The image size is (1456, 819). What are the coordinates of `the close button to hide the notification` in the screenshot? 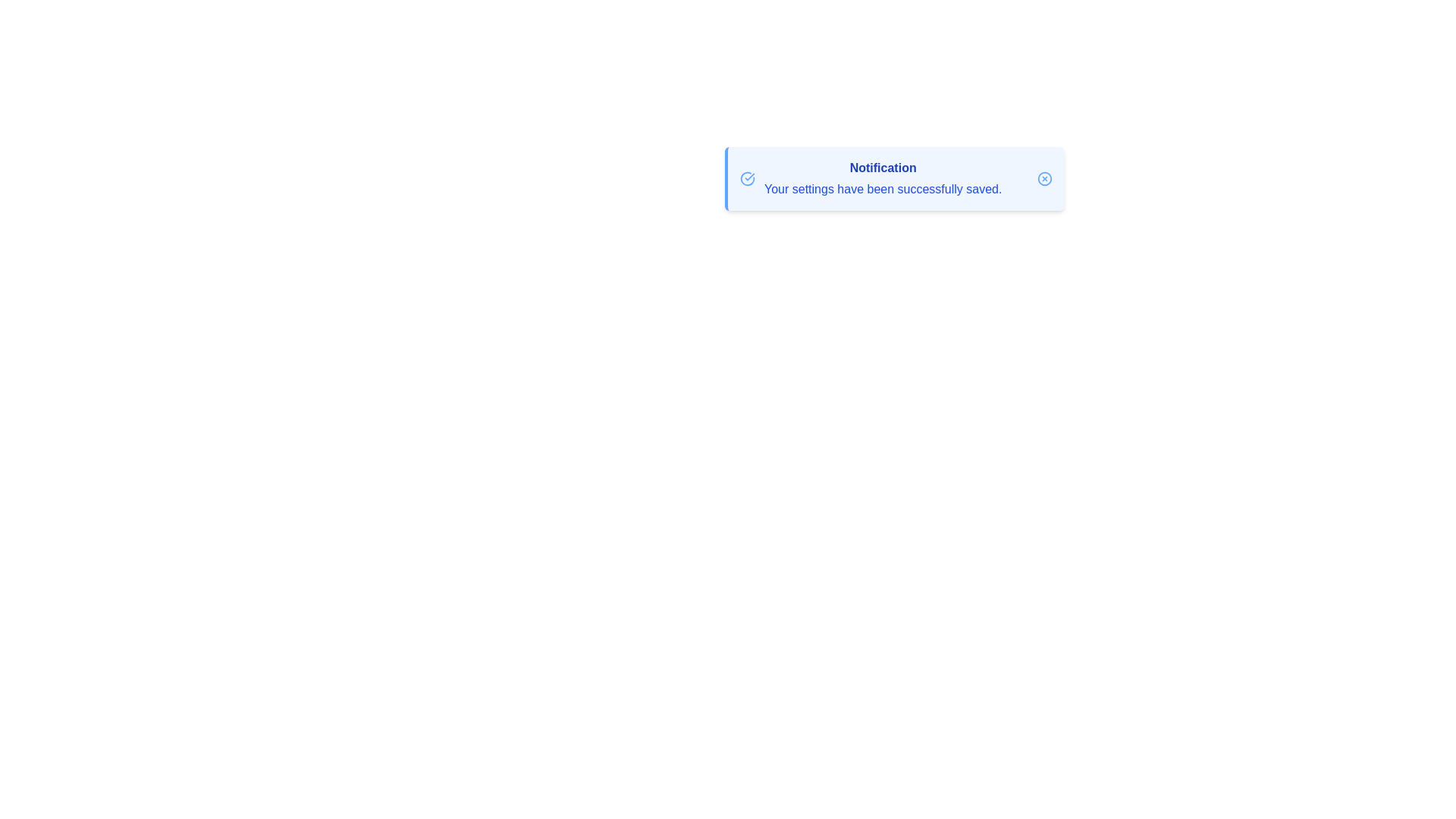 It's located at (1043, 177).